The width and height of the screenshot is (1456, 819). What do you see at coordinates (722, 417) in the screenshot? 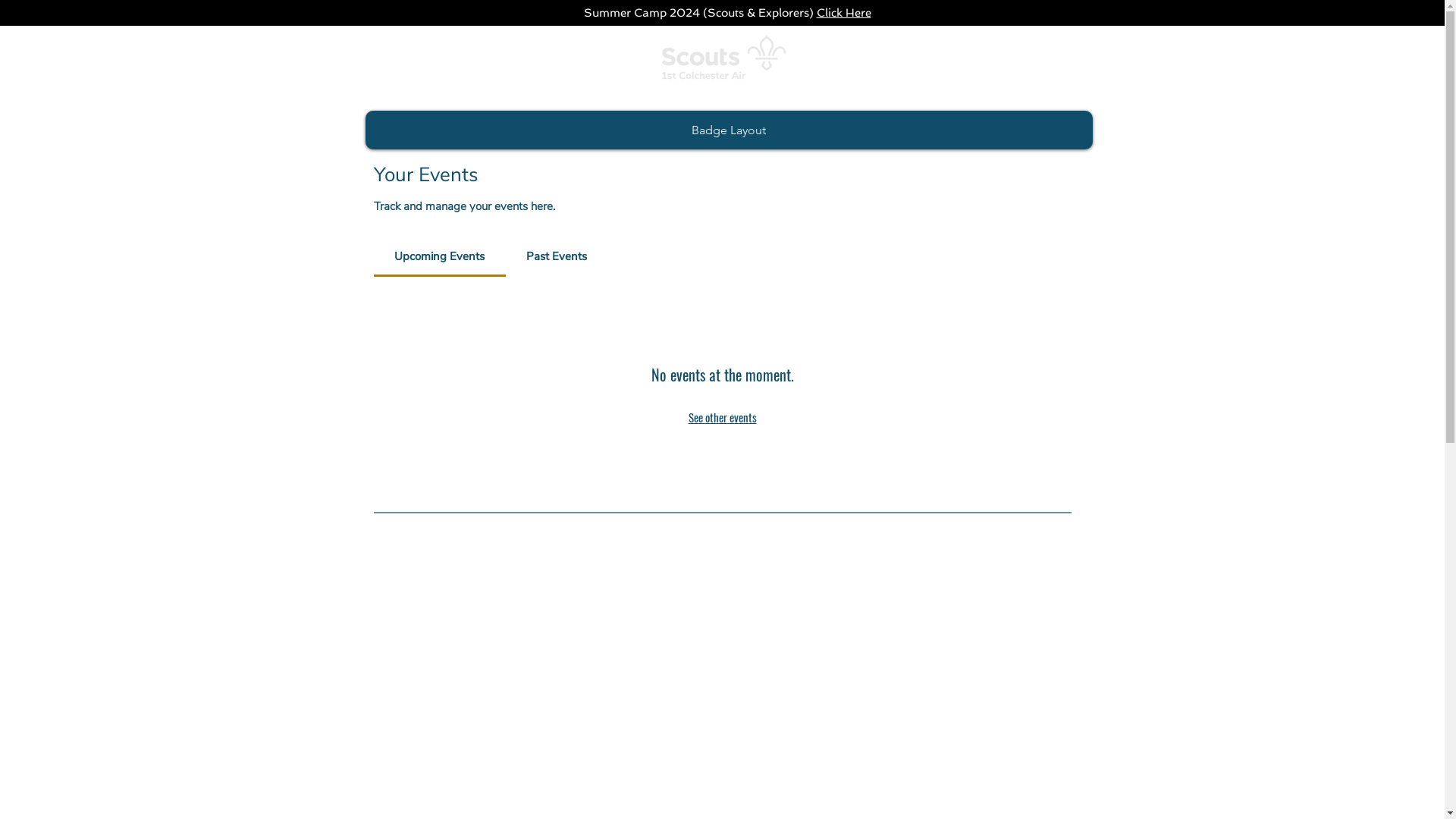
I see `'See other events'` at bounding box center [722, 417].